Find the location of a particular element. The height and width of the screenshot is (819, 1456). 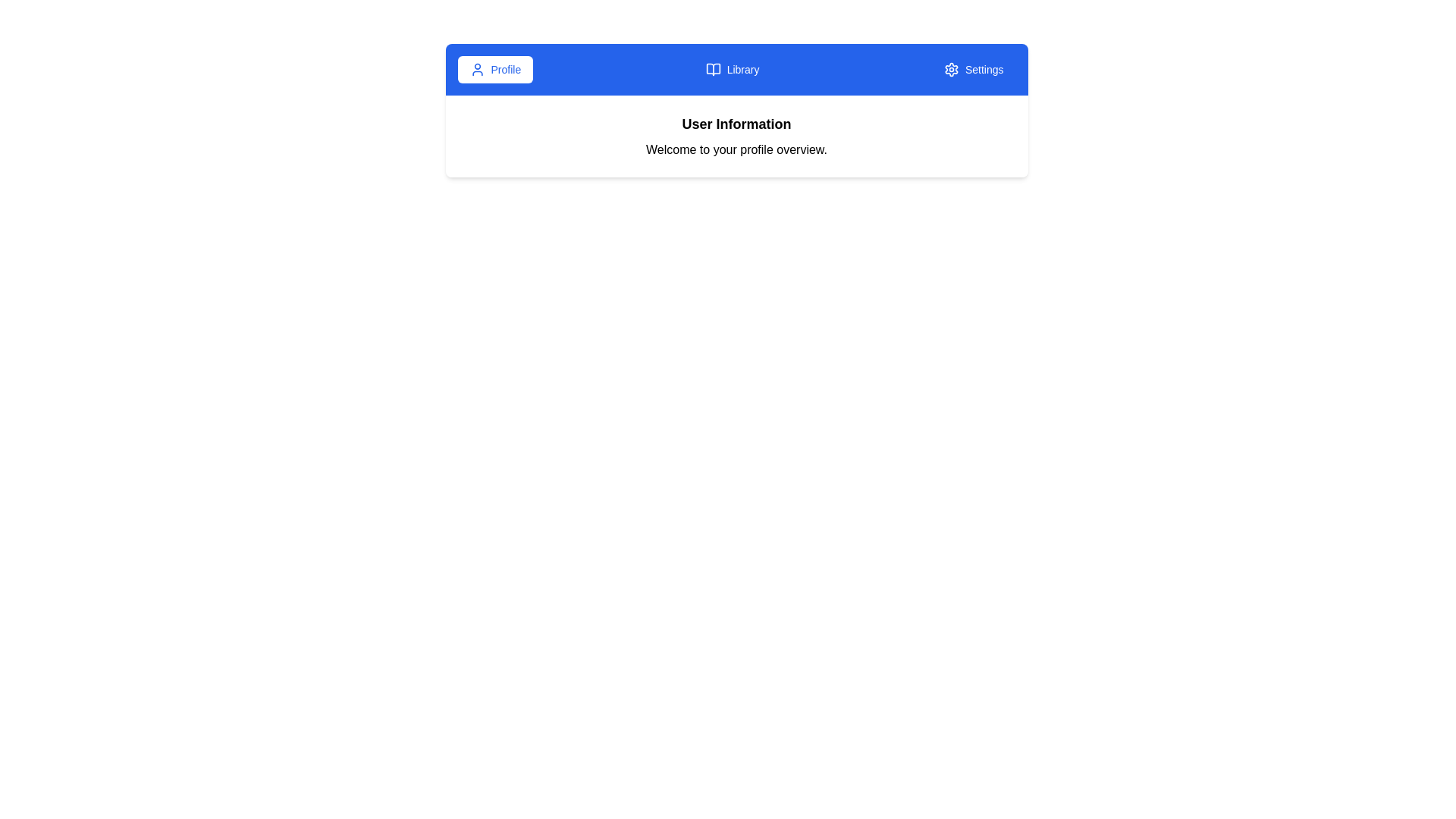

the 'Library' text label in the top navigation bar is located at coordinates (742, 70).